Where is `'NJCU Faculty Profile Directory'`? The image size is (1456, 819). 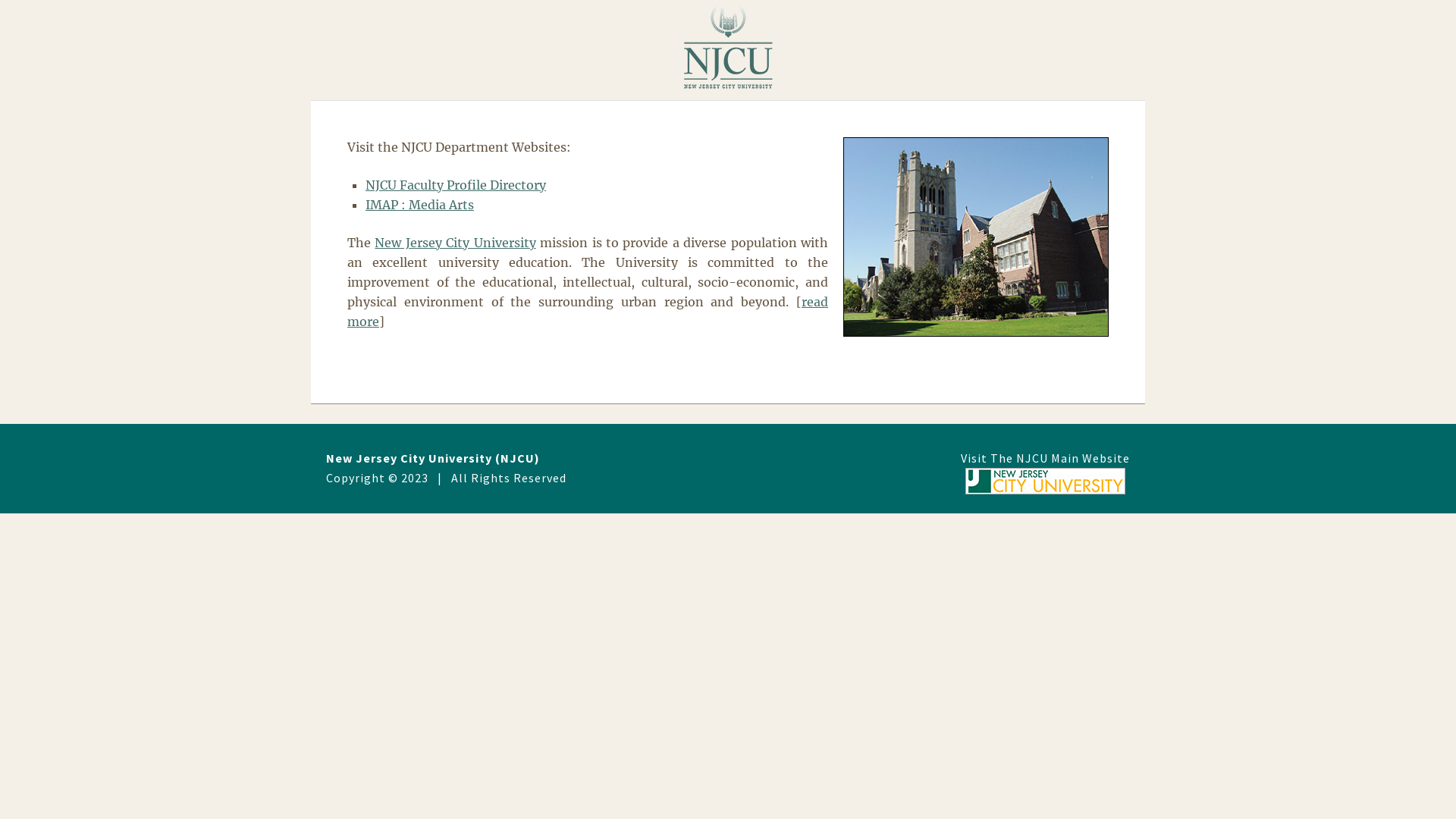
'NJCU Faculty Profile Directory' is located at coordinates (454, 184).